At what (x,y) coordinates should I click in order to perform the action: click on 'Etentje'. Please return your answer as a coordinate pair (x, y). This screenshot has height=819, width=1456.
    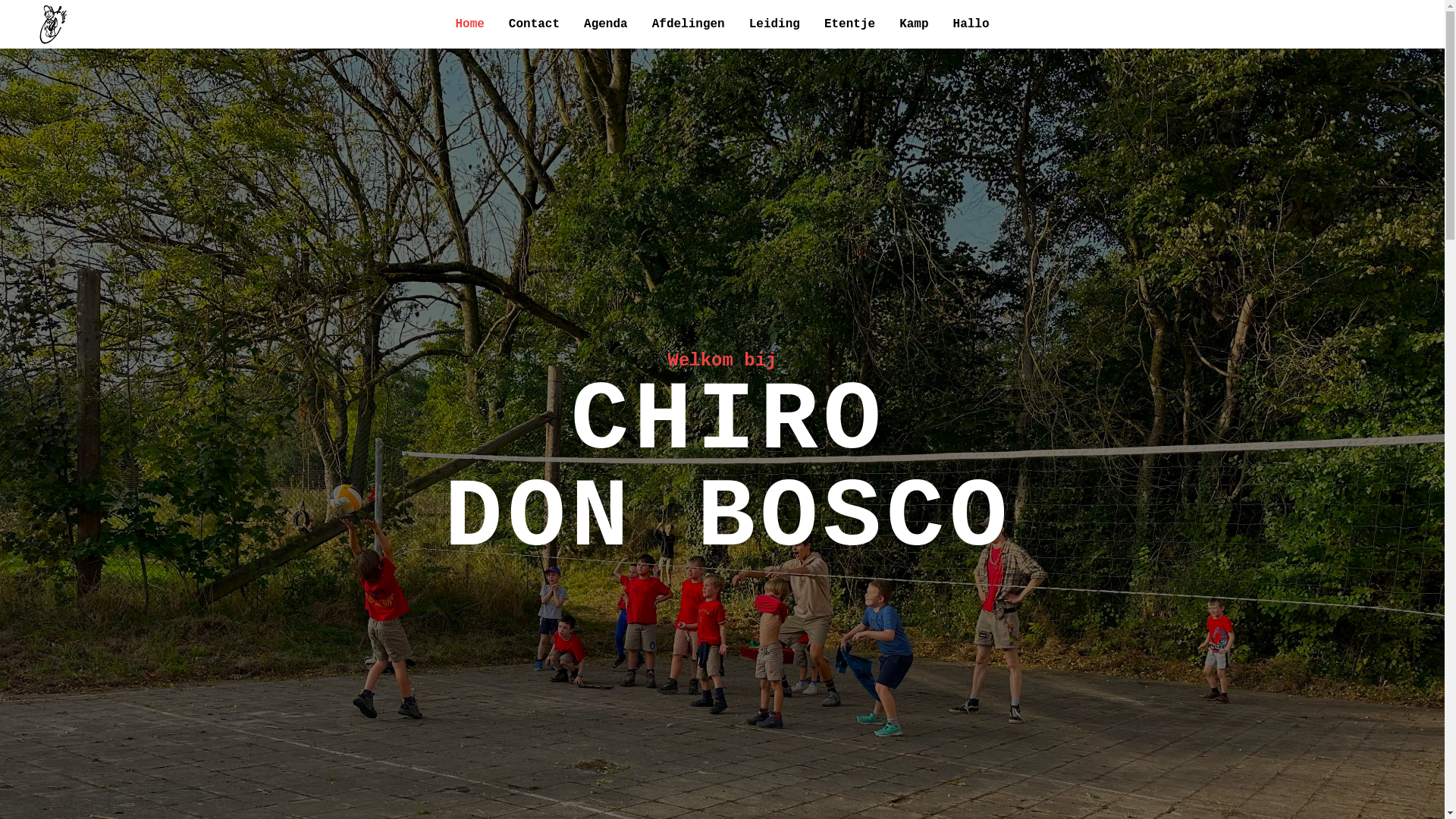
    Looking at the image, I should click on (849, 24).